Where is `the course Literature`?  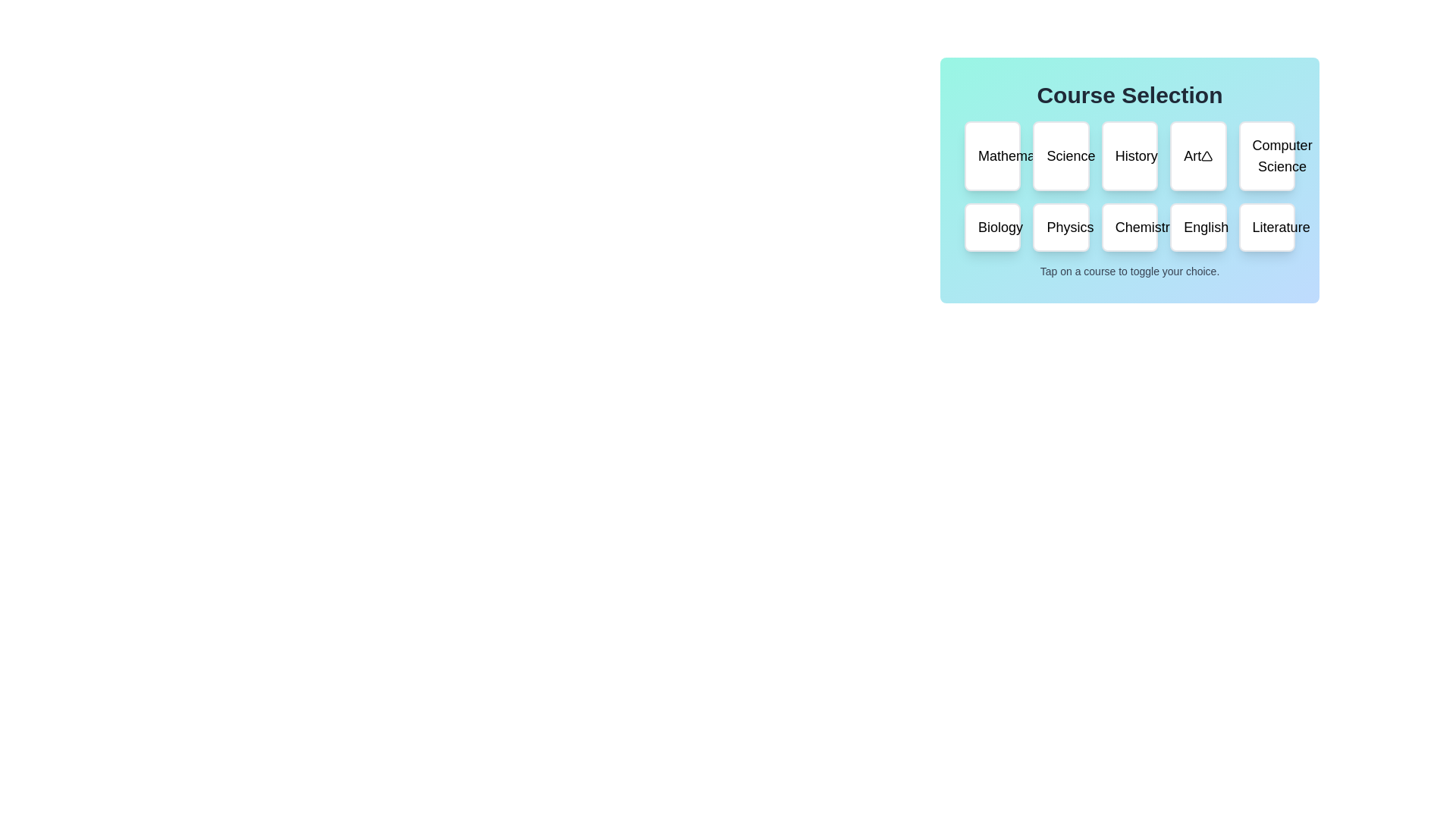
the course Literature is located at coordinates (1266, 227).